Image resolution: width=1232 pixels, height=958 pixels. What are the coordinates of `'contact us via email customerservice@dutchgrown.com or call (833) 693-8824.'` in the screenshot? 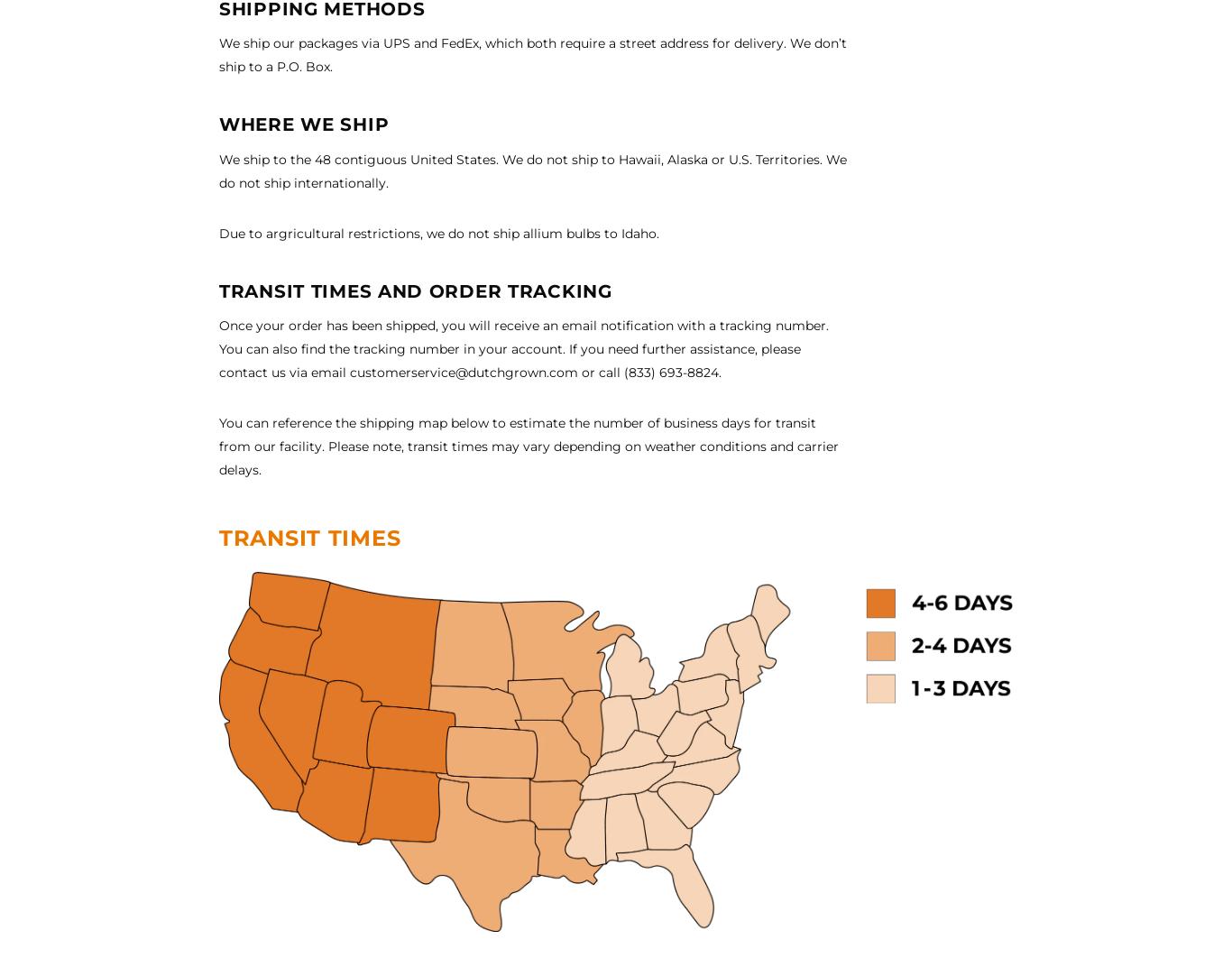 It's located at (470, 372).